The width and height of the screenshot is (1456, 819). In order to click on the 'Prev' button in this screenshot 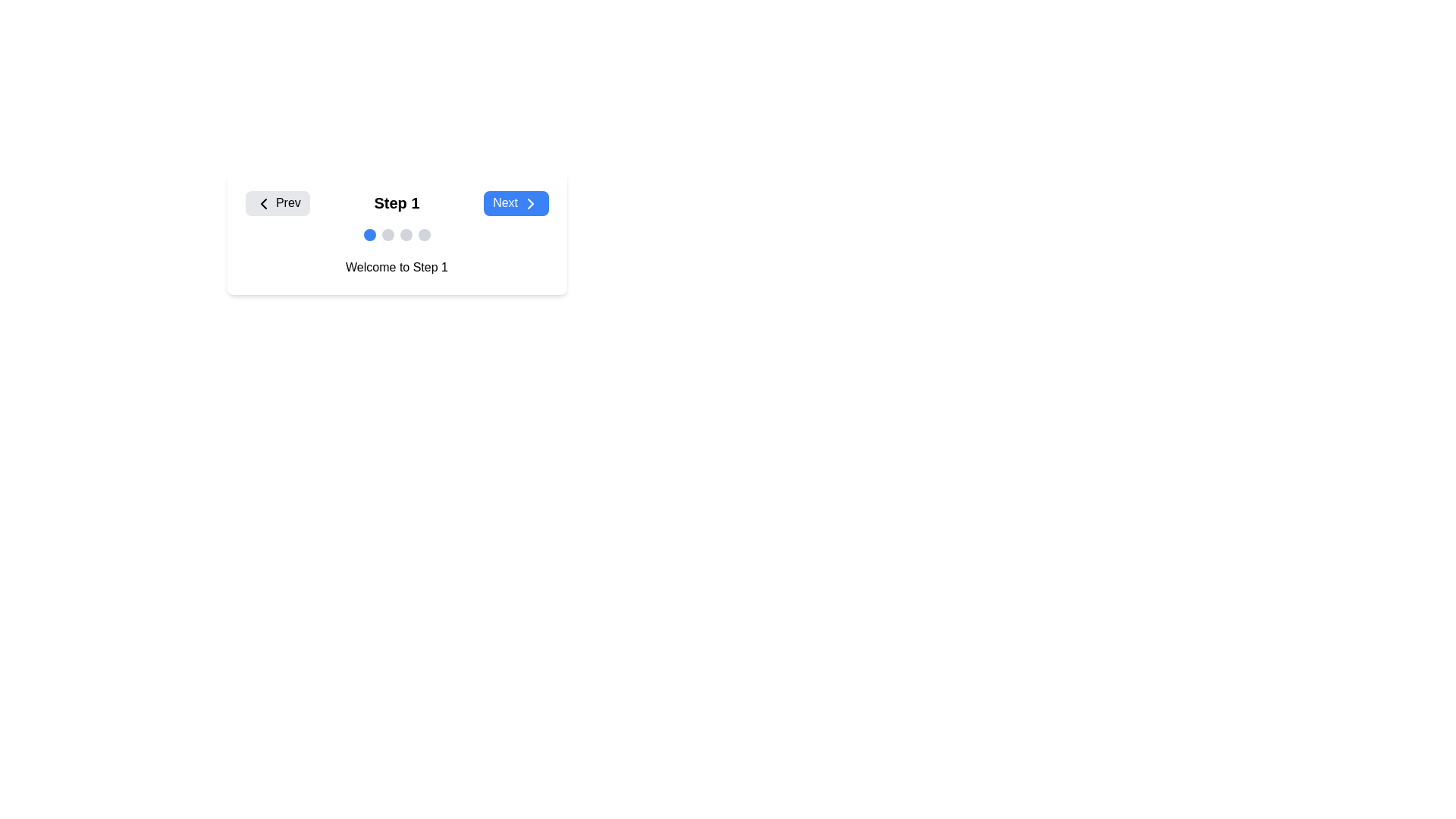, I will do `click(278, 202)`.